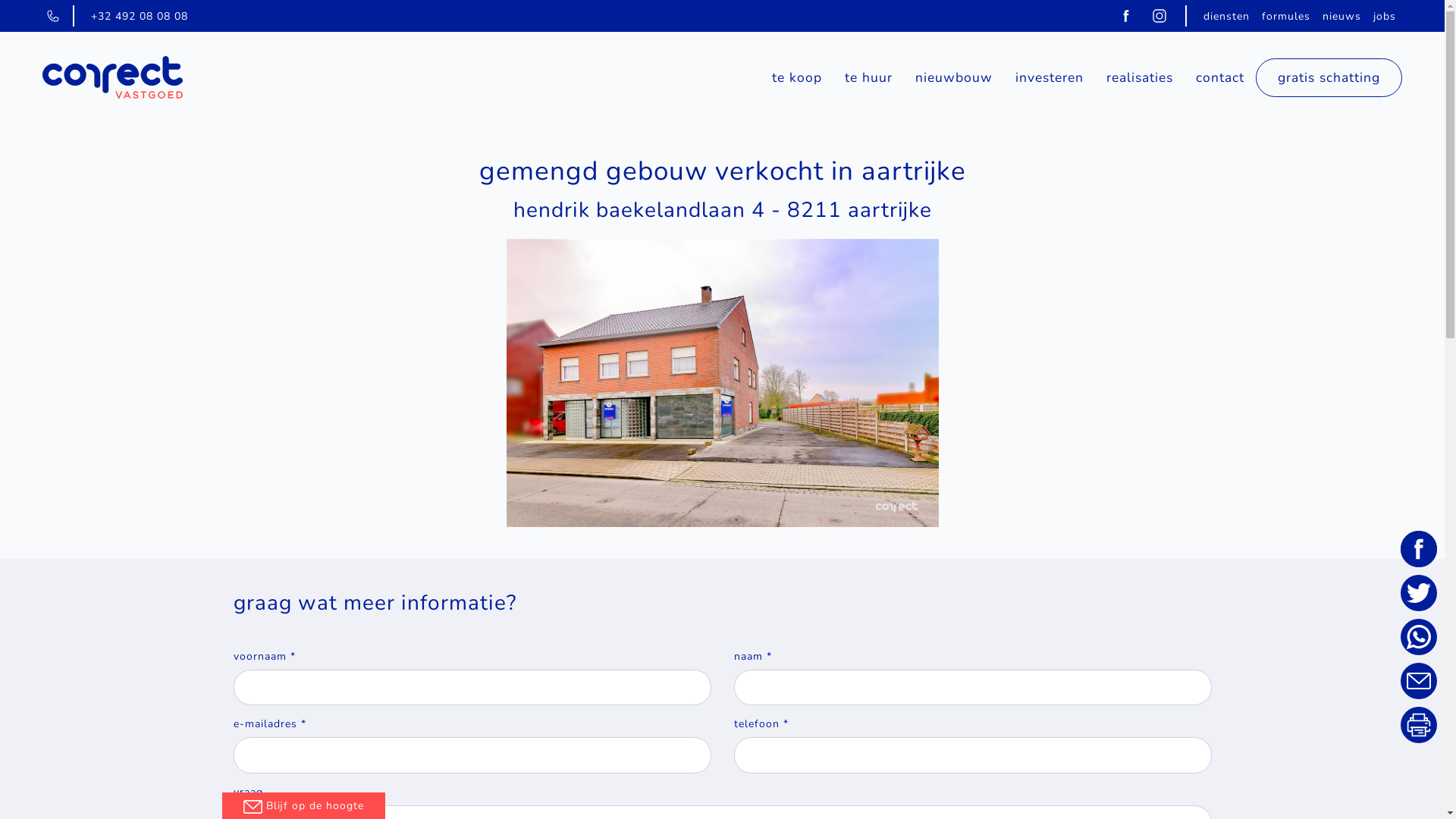 The height and width of the screenshot is (819, 1456). Describe the element at coordinates (1418, 637) in the screenshot. I see `'Delen via WhatsApp'` at that location.